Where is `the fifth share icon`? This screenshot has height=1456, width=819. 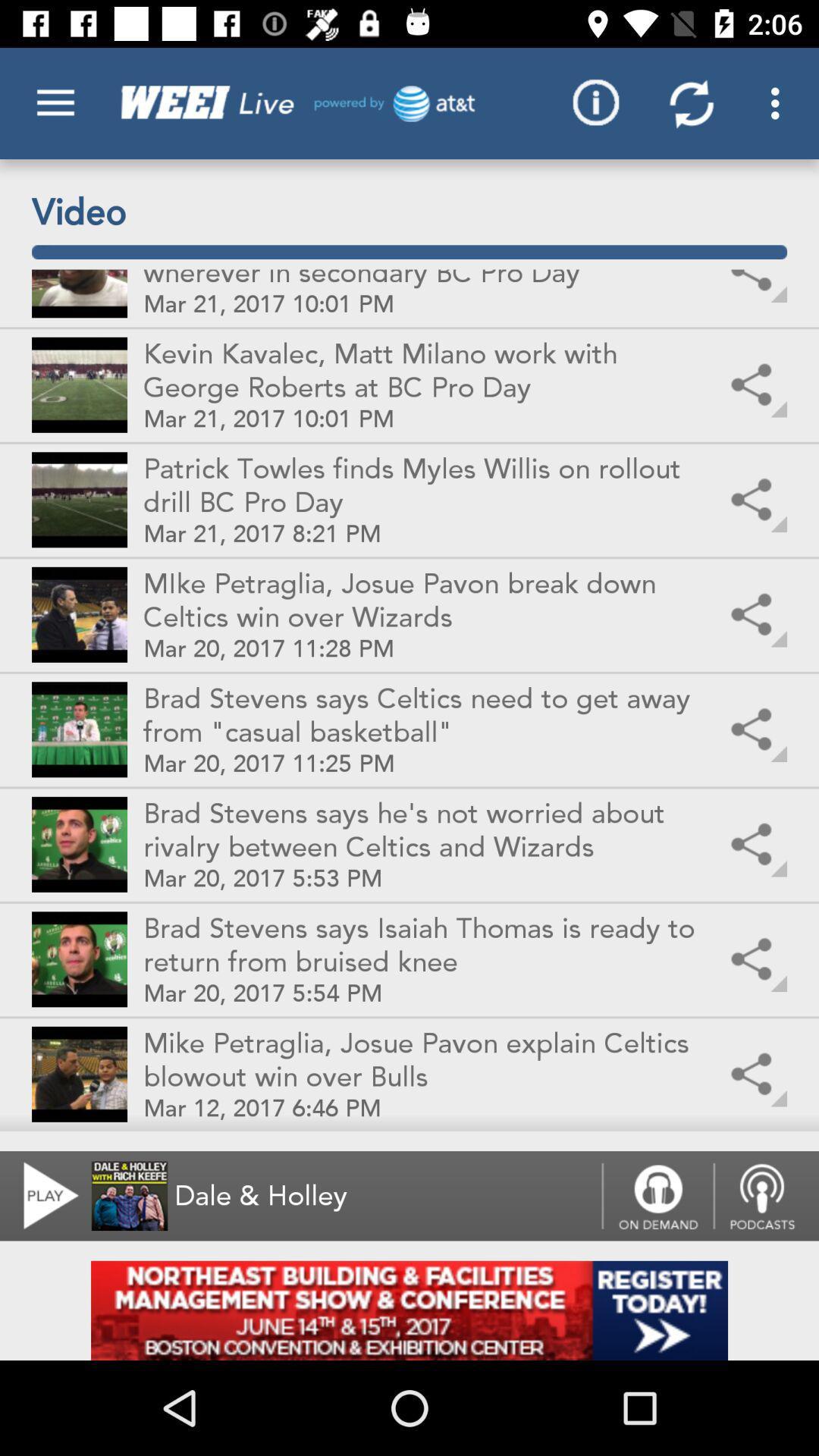 the fifth share icon is located at coordinates (755, 730).